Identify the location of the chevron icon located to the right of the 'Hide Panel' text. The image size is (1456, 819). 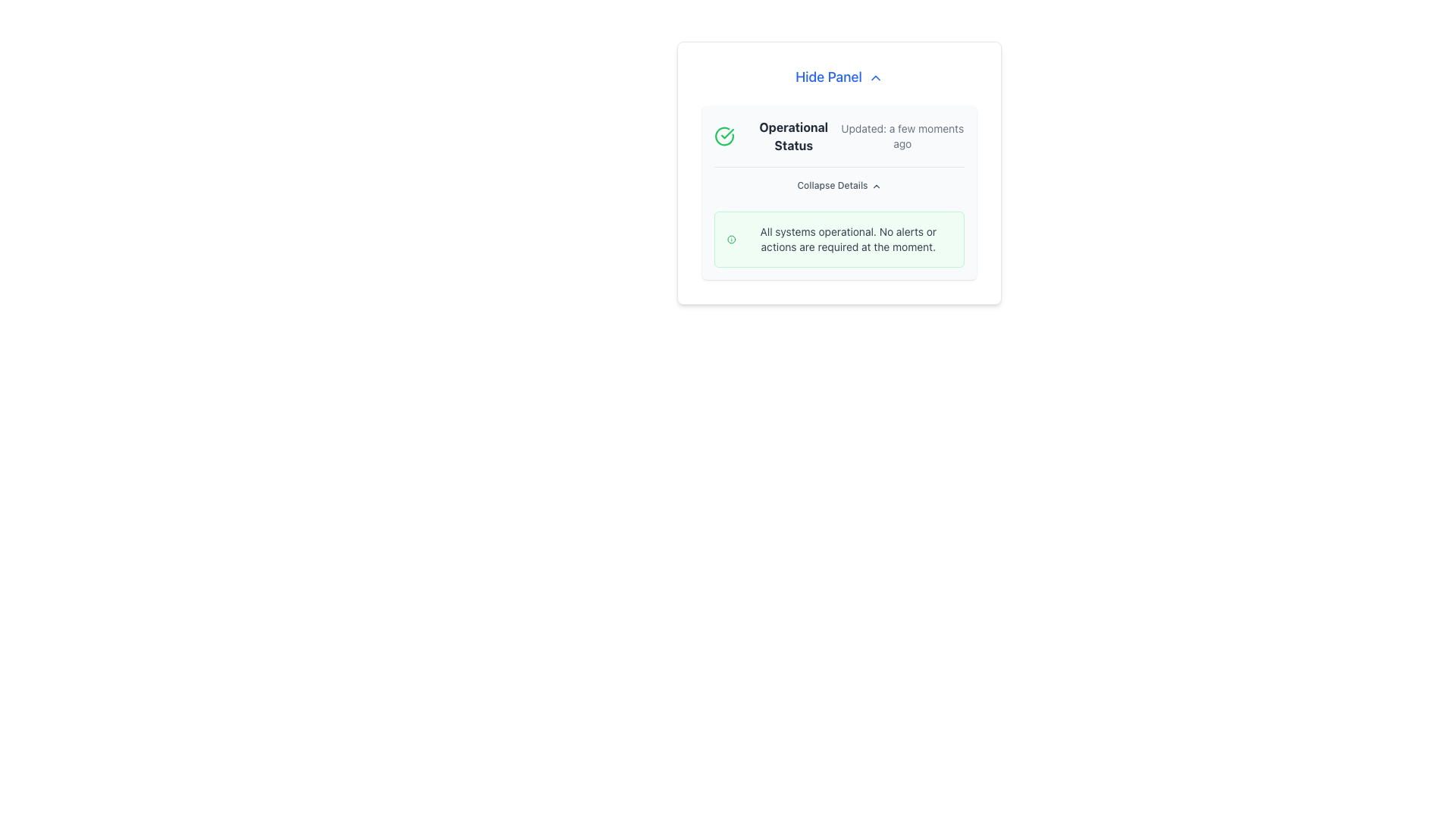
(875, 78).